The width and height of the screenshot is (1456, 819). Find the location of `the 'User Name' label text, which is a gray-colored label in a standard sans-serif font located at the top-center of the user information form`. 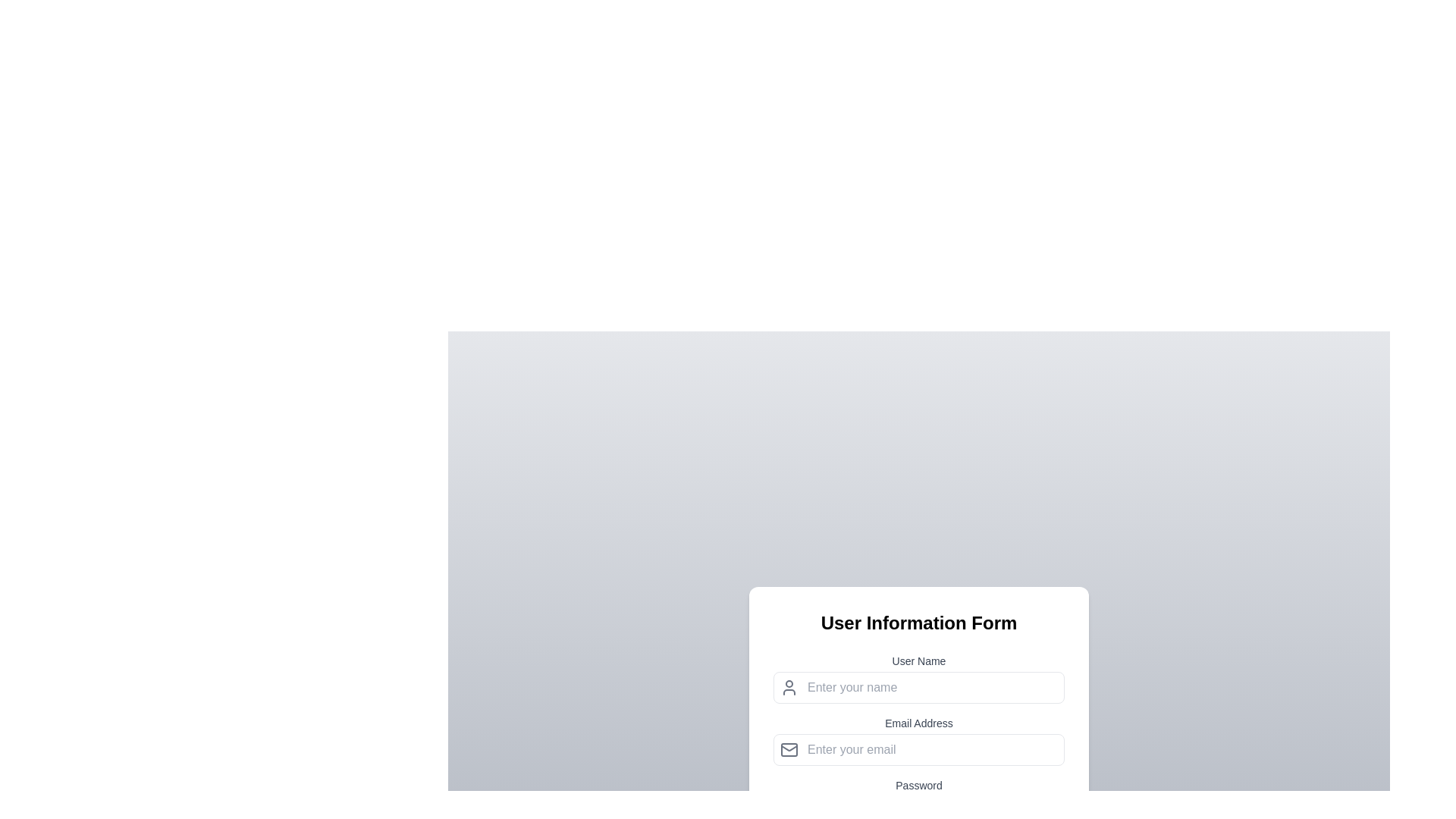

the 'User Name' label text, which is a gray-colored label in a standard sans-serif font located at the top-center of the user information form is located at coordinates (918, 660).